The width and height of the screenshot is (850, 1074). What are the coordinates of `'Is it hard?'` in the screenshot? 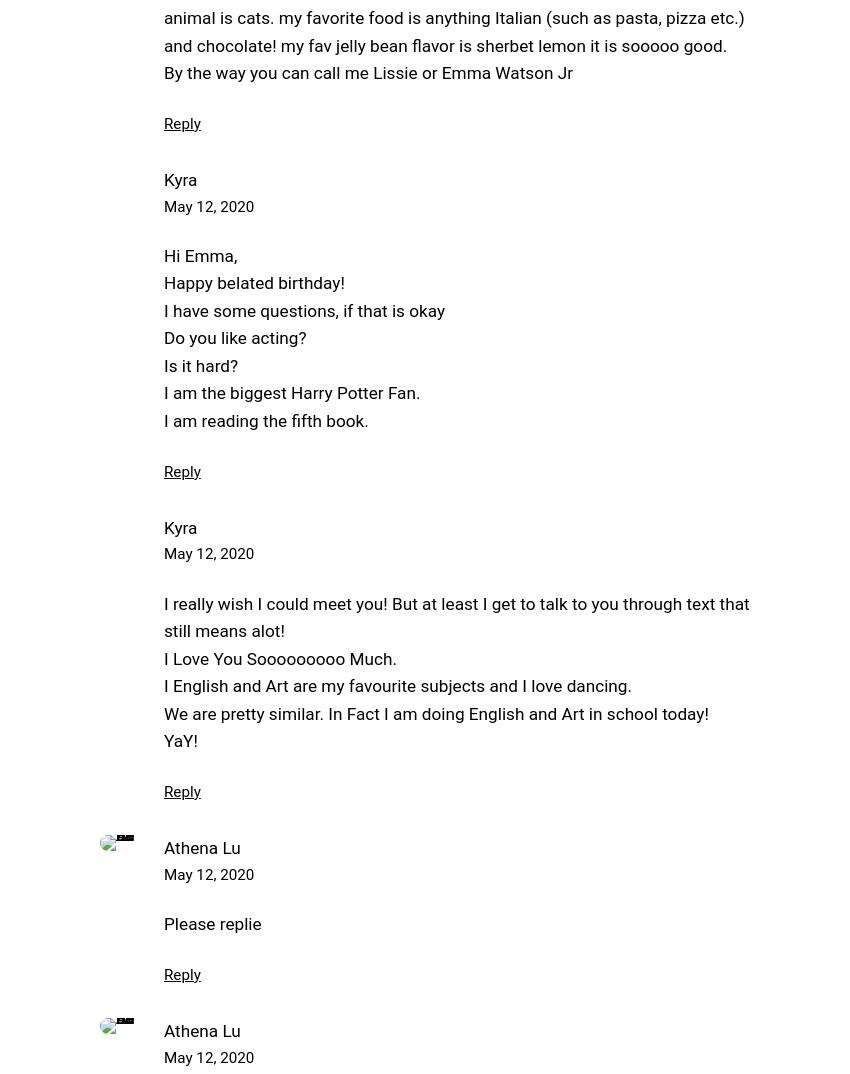 It's located at (200, 364).